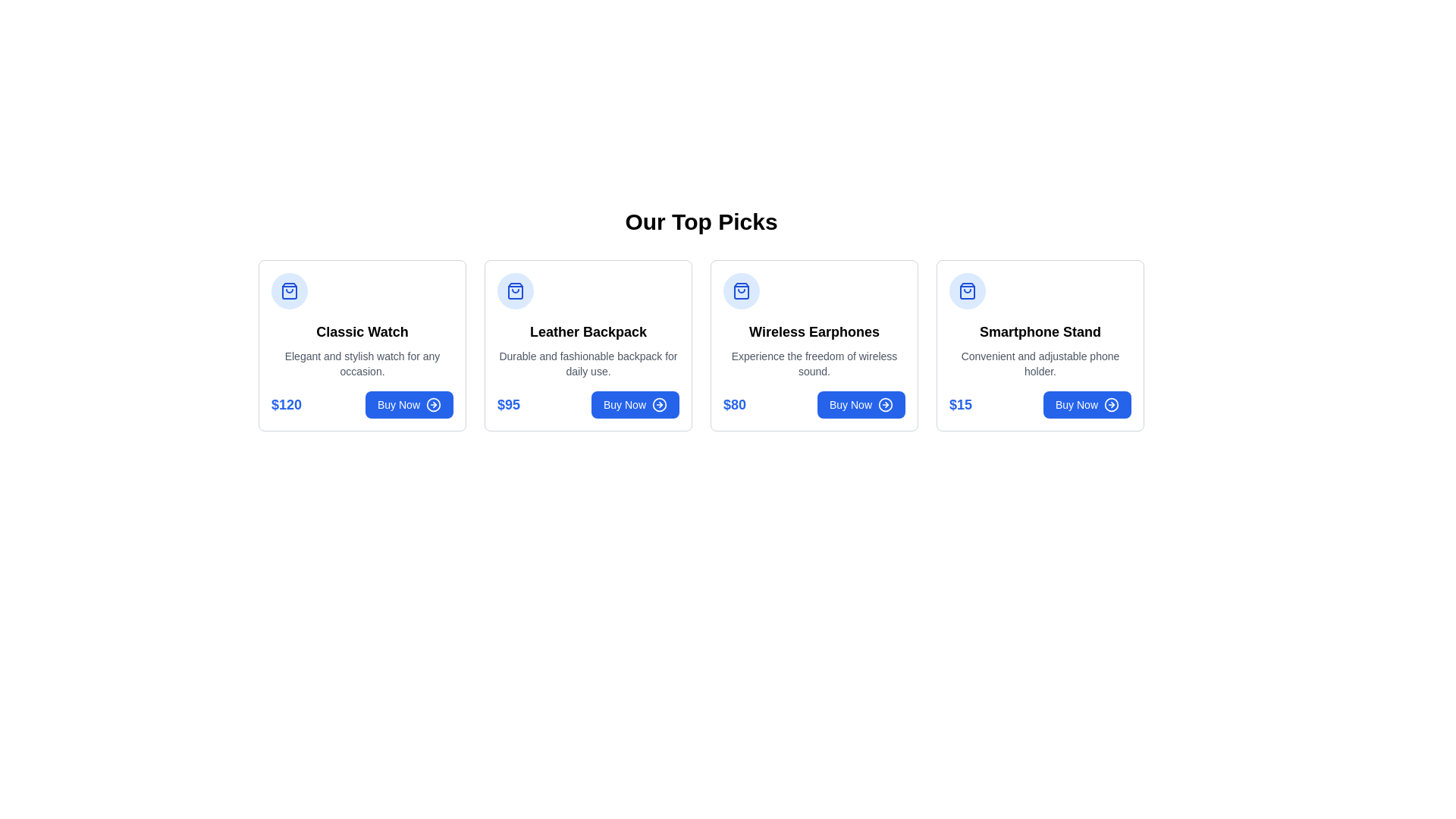 Image resolution: width=1456 pixels, height=819 pixels. Describe the element at coordinates (290, 291) in the screenshot. I see `the shopping bag icon, which is centrally located inside a circular blue background at the top of the product card titled 'Classic Watch'` at that location.